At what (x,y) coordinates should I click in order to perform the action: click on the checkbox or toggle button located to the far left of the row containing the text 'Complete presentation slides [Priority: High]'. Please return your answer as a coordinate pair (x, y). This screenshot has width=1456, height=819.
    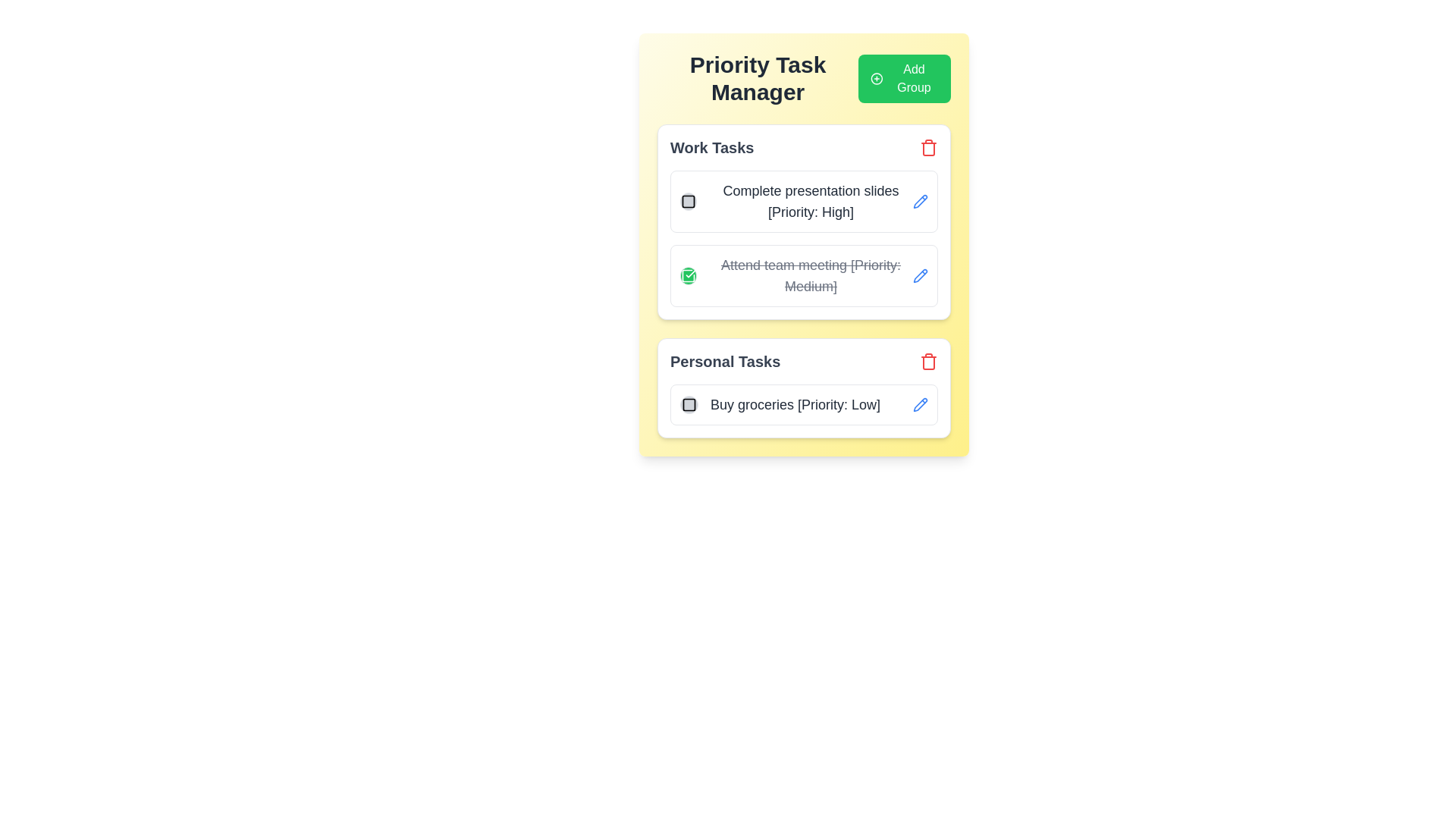
    Looking at the image, I should click on (687, 201).